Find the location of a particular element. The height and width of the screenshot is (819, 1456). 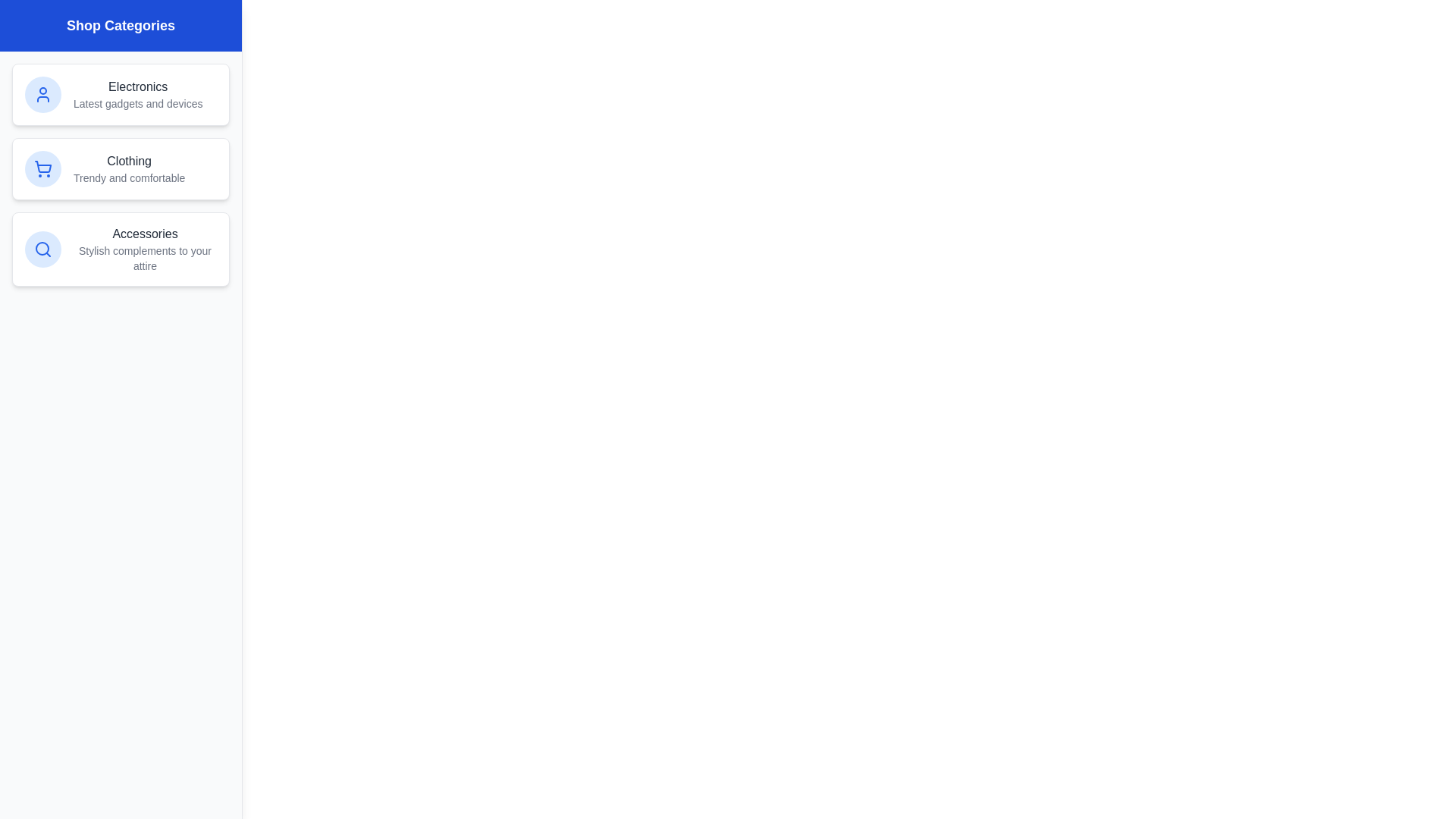

the icon associated with the Electronics category is located at coordinates (43, 94).